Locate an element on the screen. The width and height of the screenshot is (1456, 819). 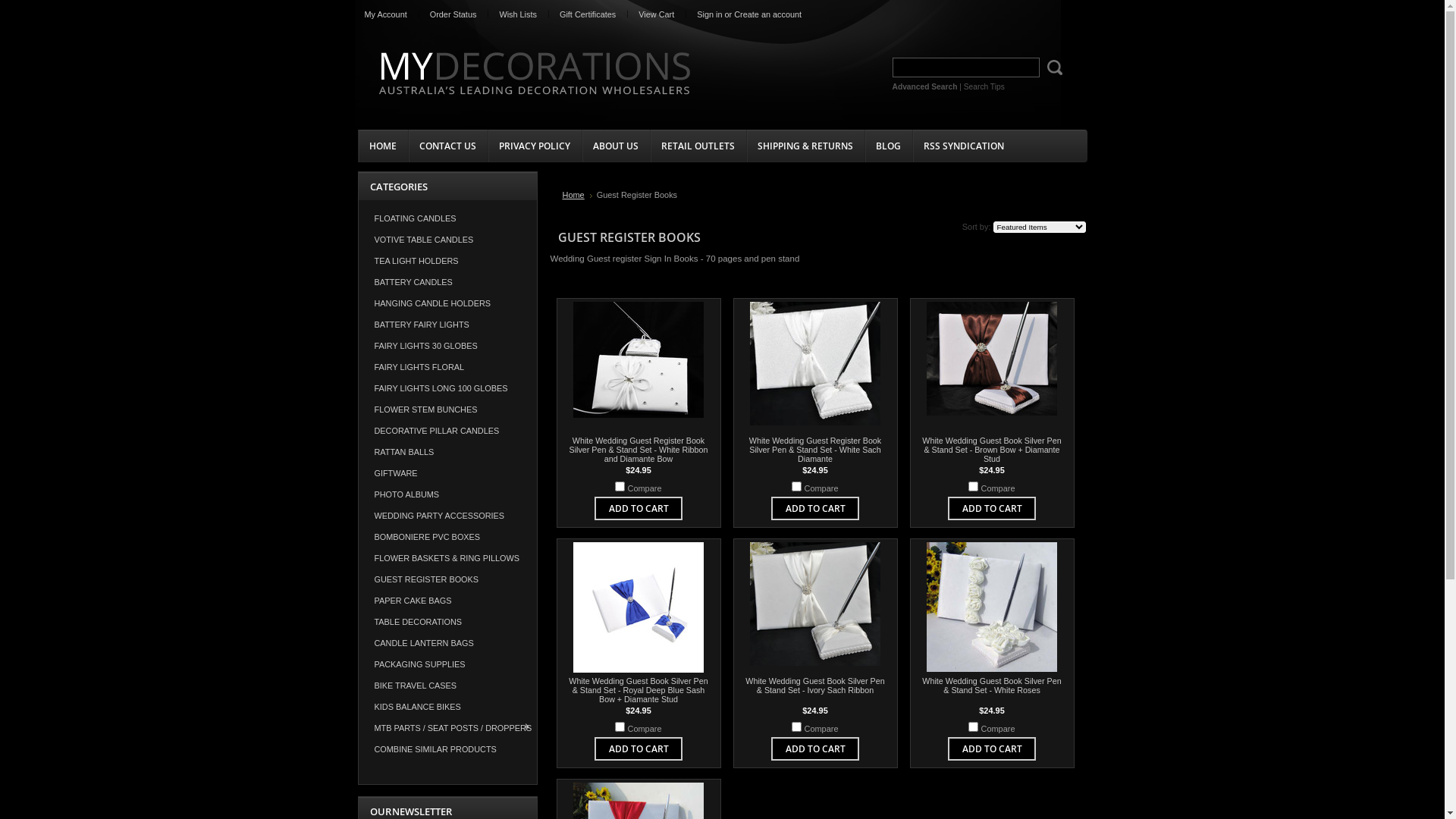
'Search Tips' is located at coordinates (963, 86).